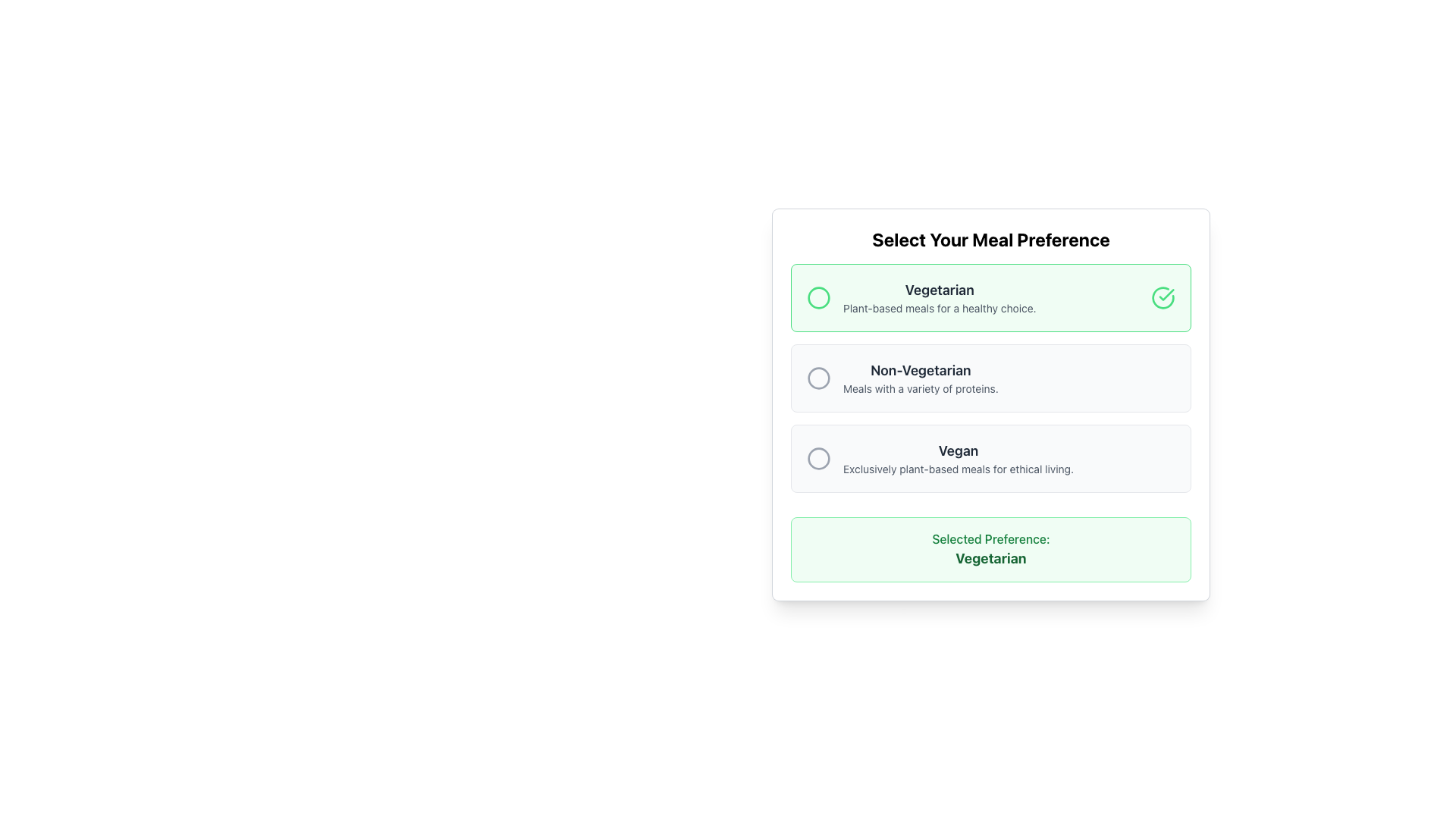  What do you see at coordinates (920, 388) in the screenshot?
I see `the descriptive text label providing information about the 'Non-Vegetarian' meal option, located below the 'Non-Vegetarian' header in the modal interface` at bounding box center [920, 388].